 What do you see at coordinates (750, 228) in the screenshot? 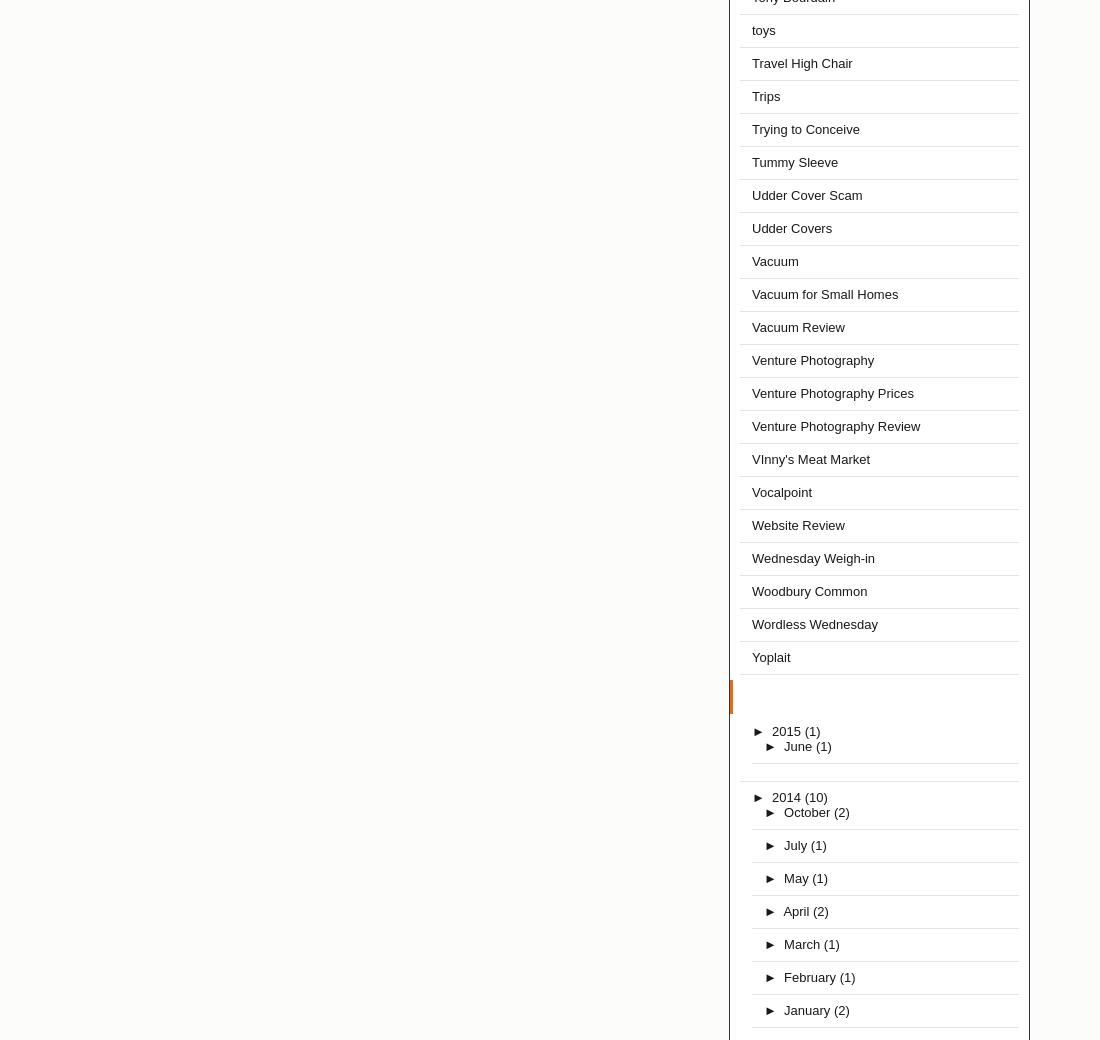
I see `'Udder Covers'` at bounding box center [750, 228].